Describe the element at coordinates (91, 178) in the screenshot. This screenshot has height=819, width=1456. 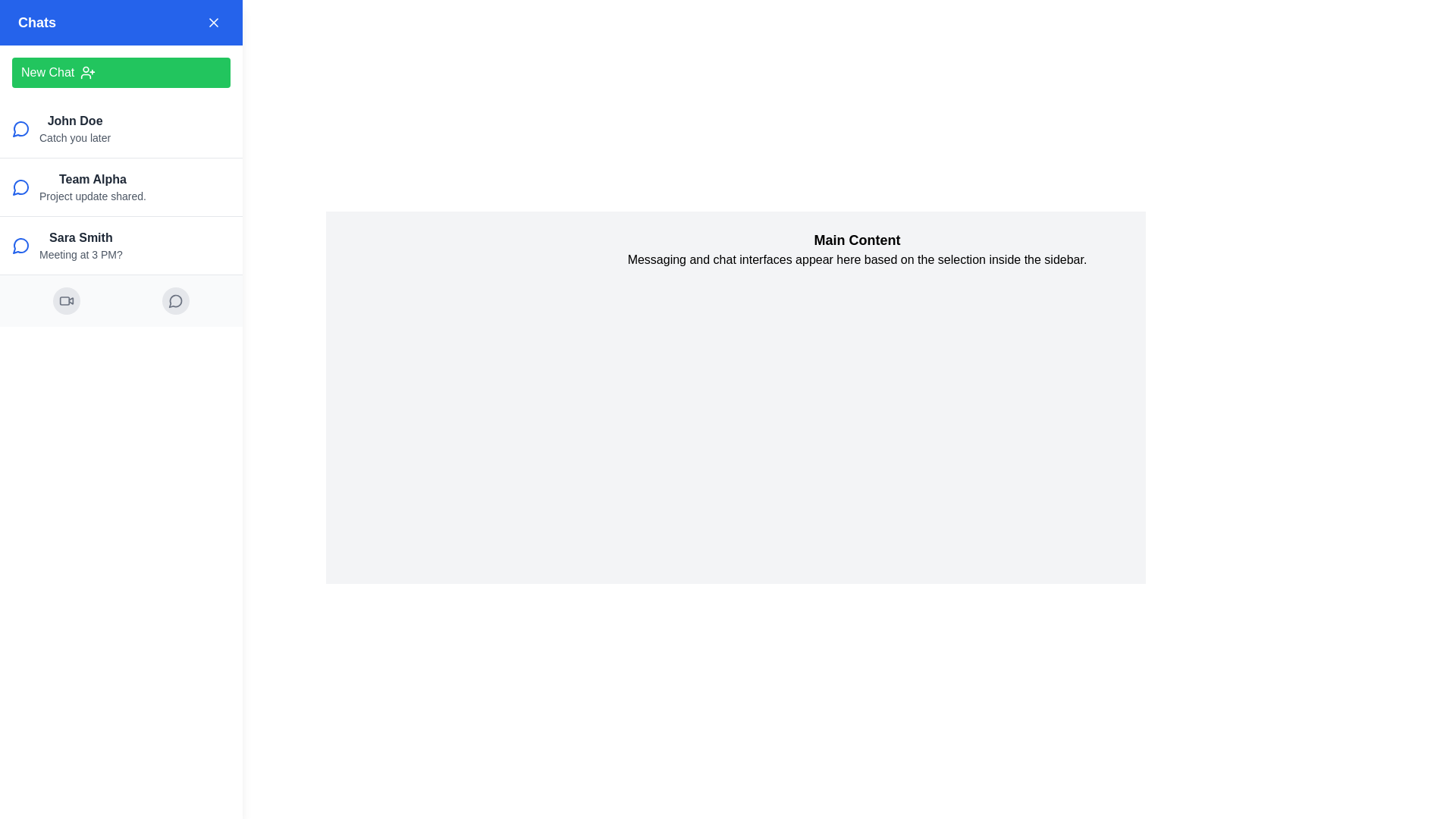
I see `the bold text 'Team Alpha' in the sidebar` at that location.